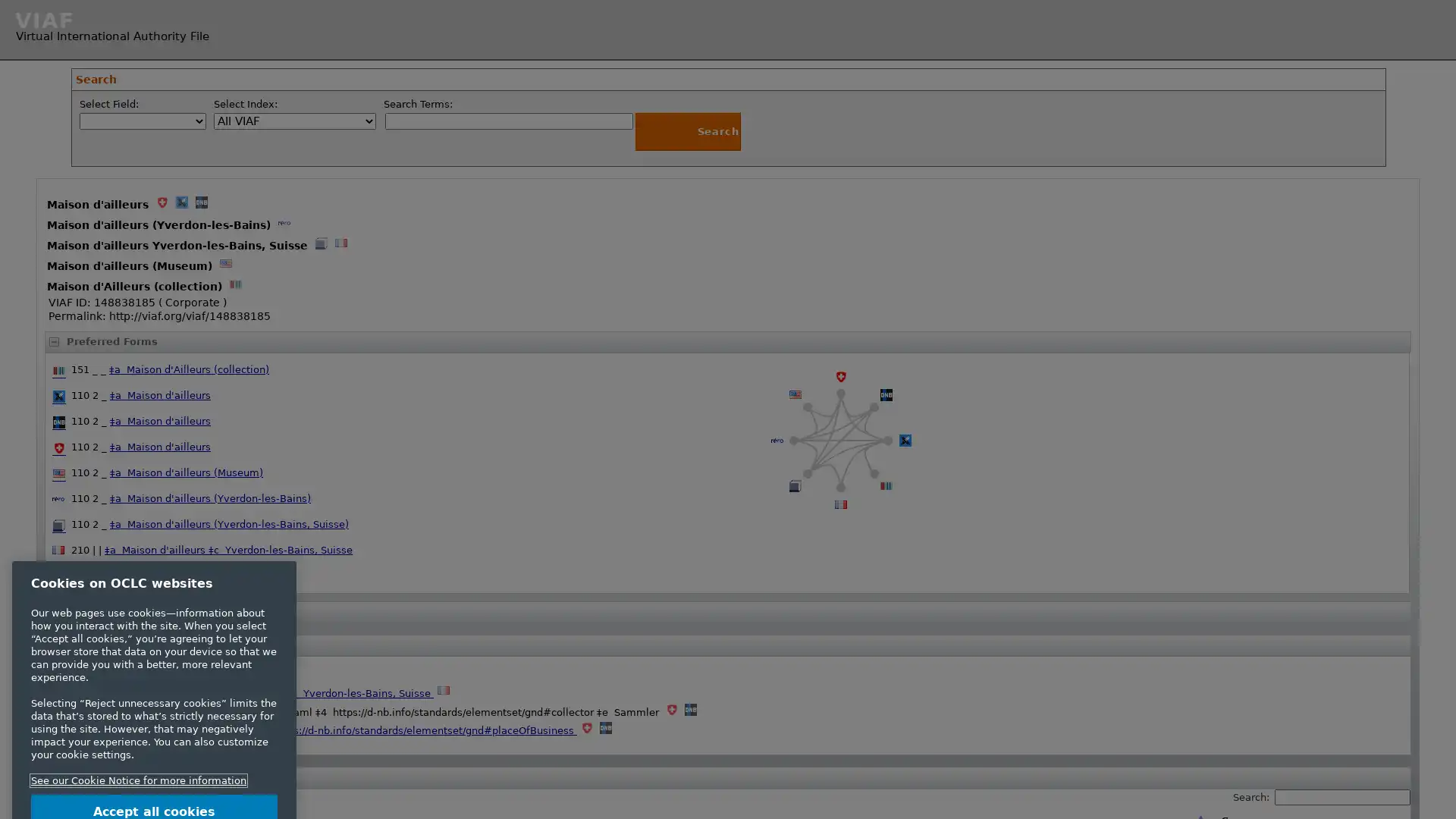 Image resolution: width=1456 pixels, height=819 pixels. What do you see at coordinates (686, 130) in the screenshot?
I see `Search` at bounding box center [686, 130].